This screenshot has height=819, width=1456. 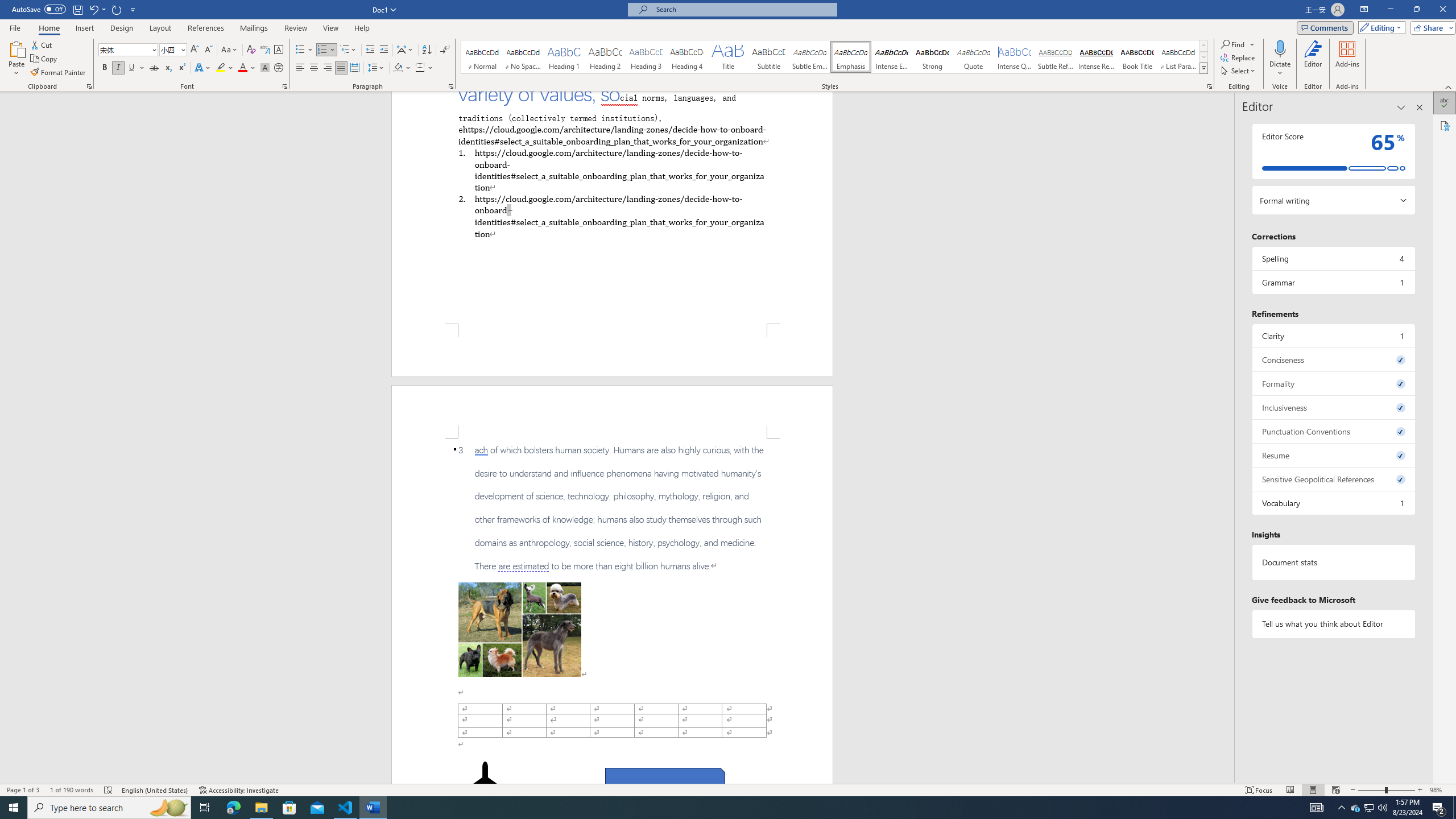 I want to click on 'Subtle Reference', so click(x=1055, y=56).